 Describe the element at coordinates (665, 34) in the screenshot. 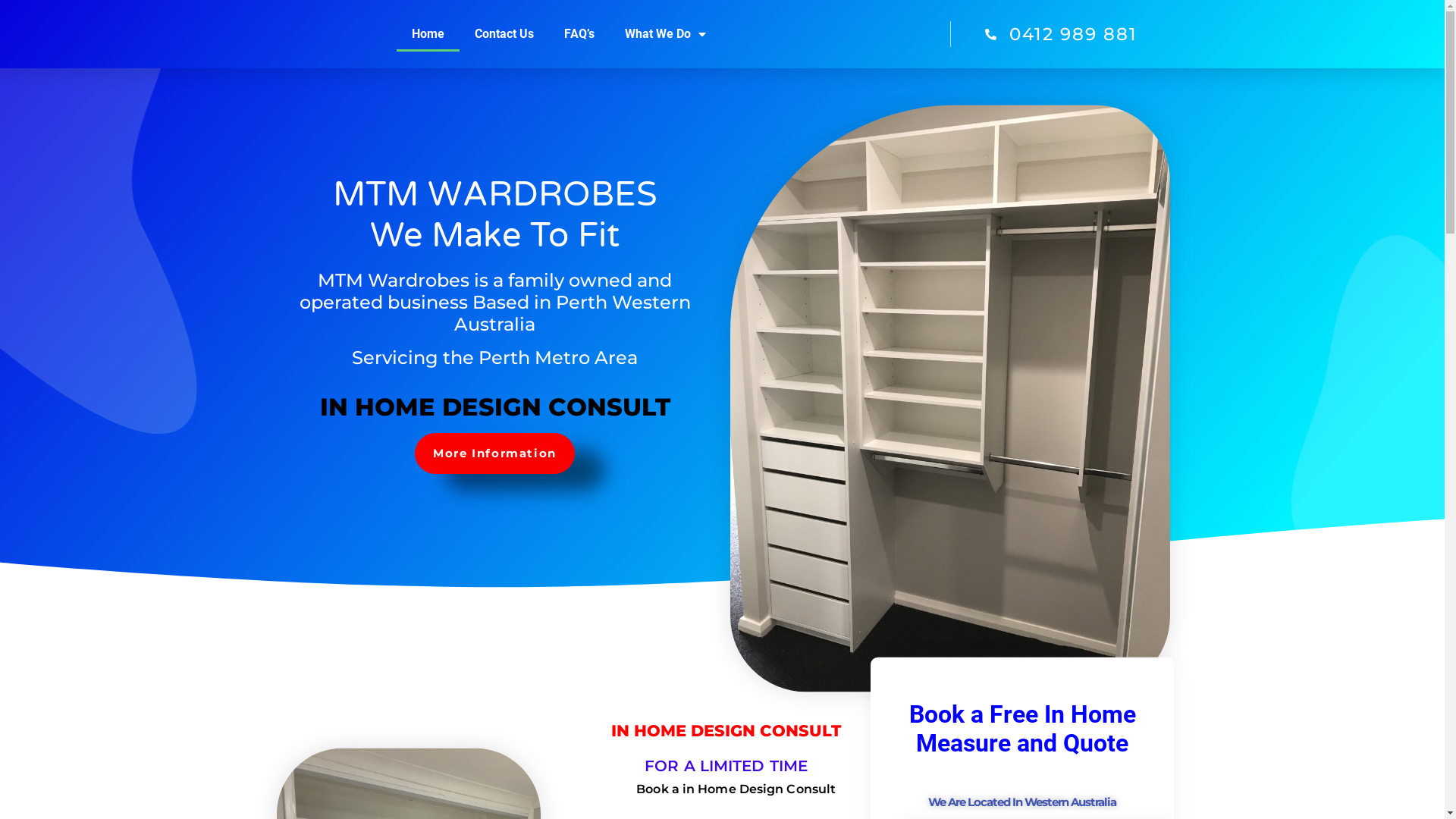

I see `'What We Do'` at that location.